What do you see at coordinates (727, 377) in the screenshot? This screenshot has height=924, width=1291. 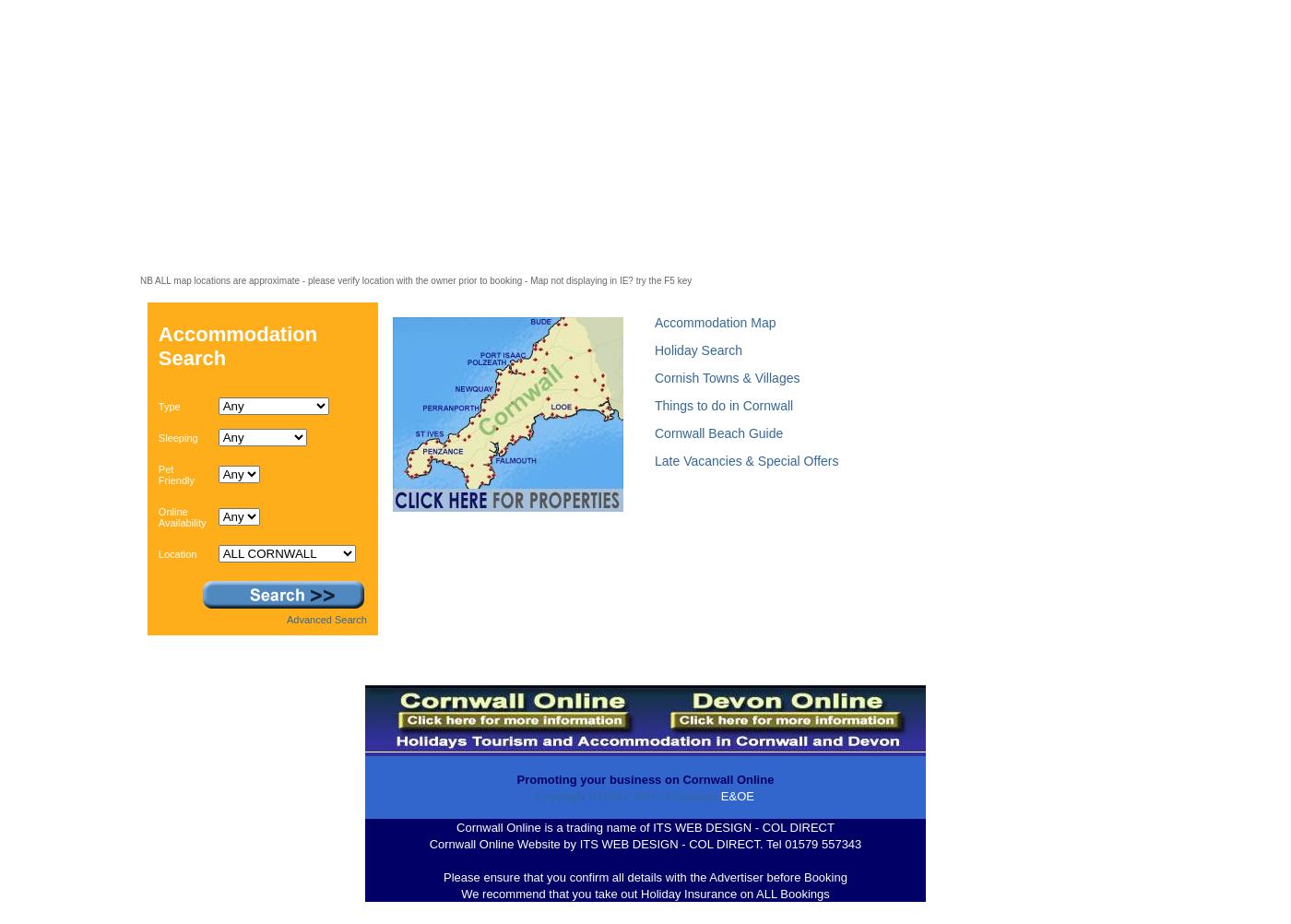 I see `'Cornish Towns & 
                Villages'` at bounding box center [727, 377].